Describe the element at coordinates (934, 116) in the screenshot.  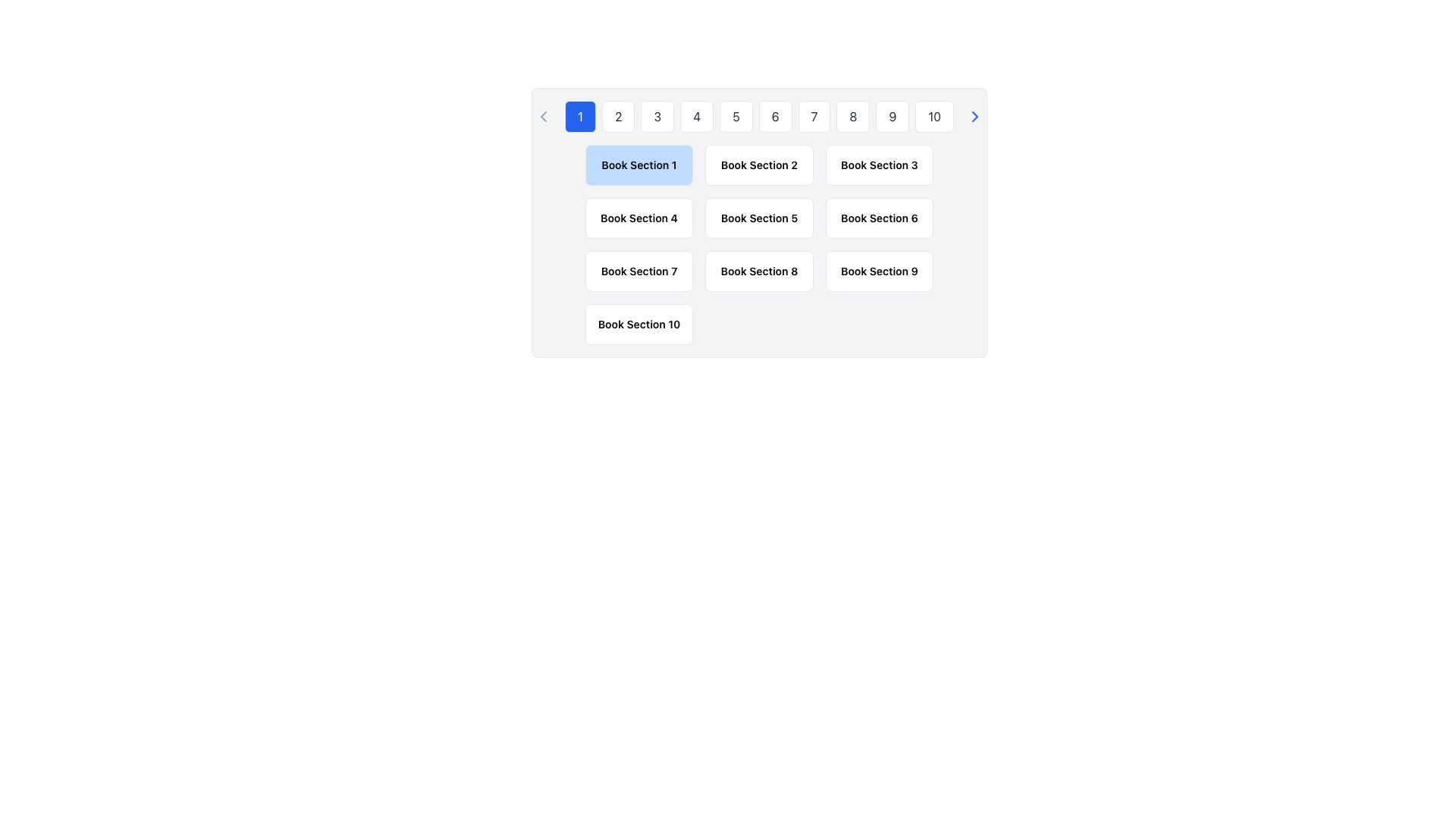
I see `the tenth button in the pagination control bar` at that location.